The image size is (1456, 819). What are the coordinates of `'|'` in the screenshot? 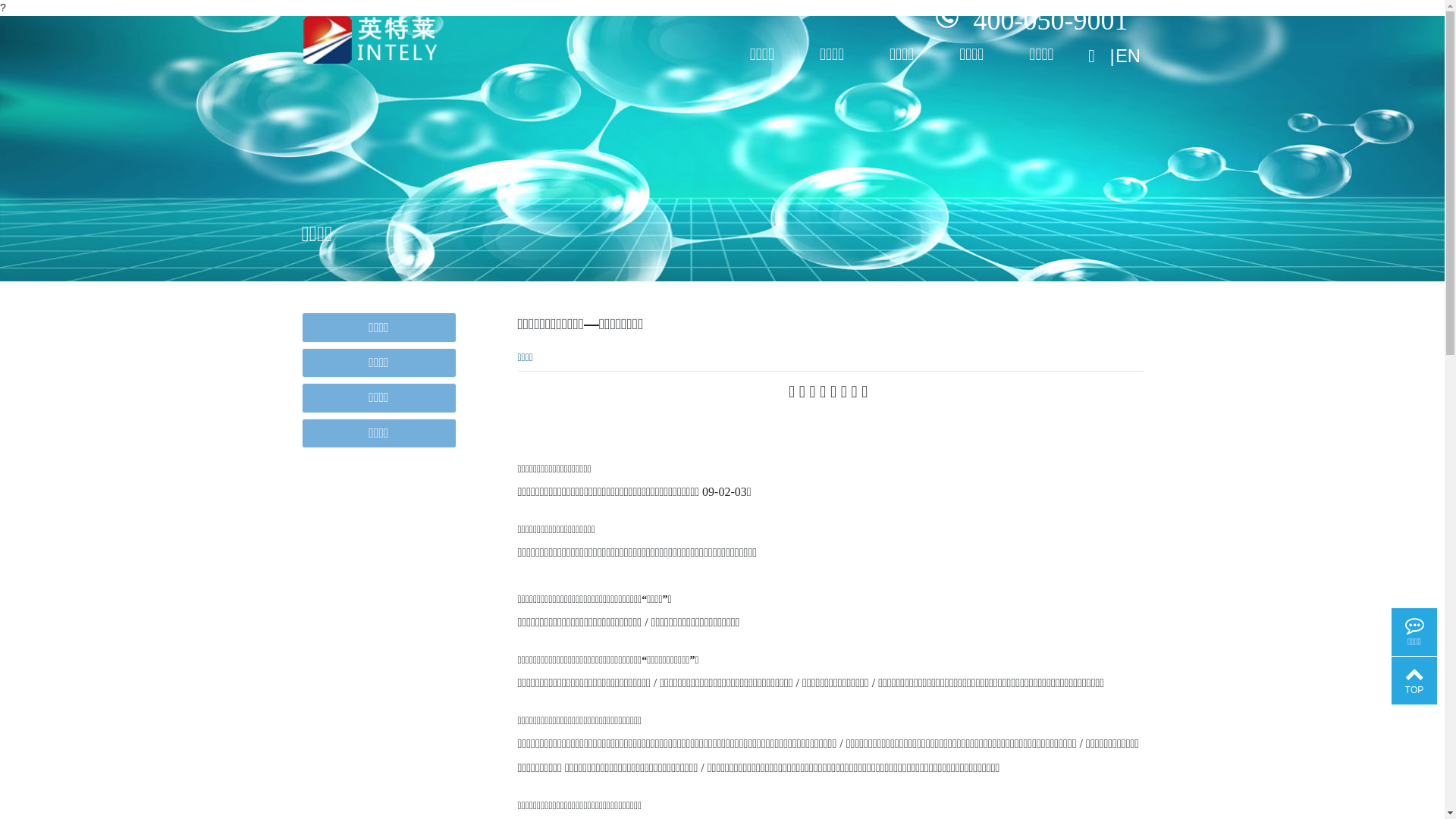 It's located at (1110, 49).